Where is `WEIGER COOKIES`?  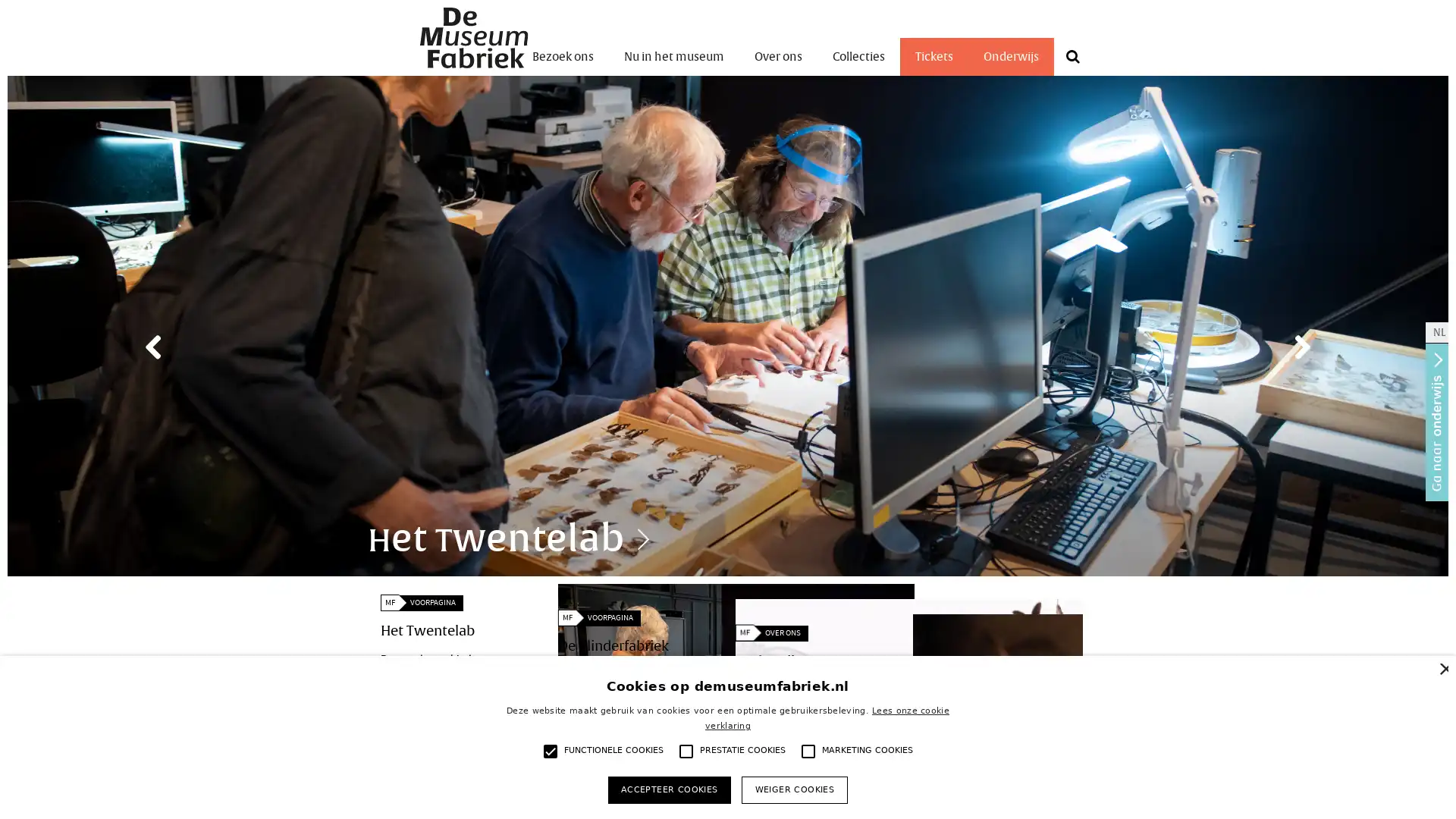 WEIGER COOKIES is located at coordinates (793, 789).